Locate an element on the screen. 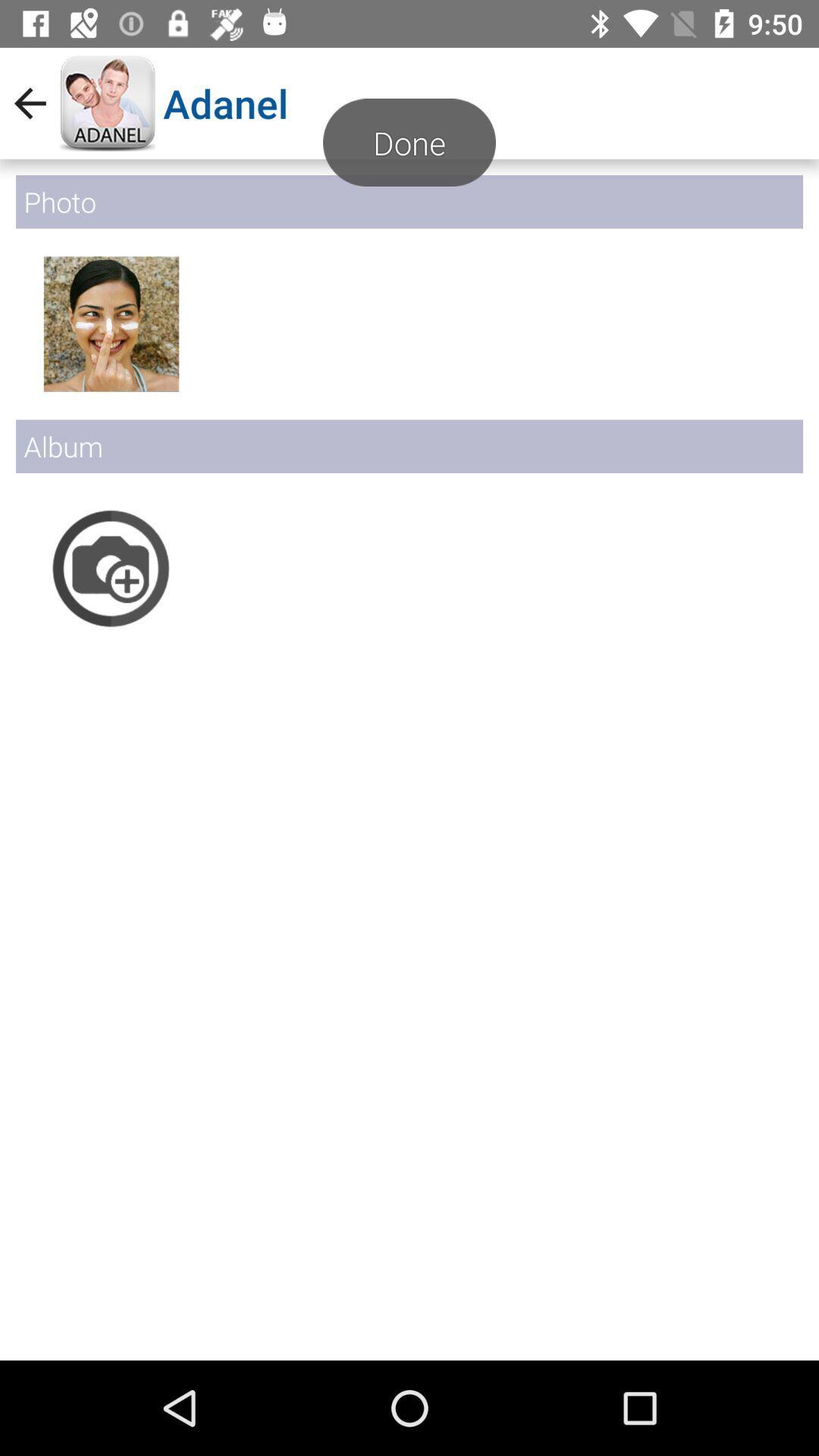  the photo icon is located at coordinates (110, 567).